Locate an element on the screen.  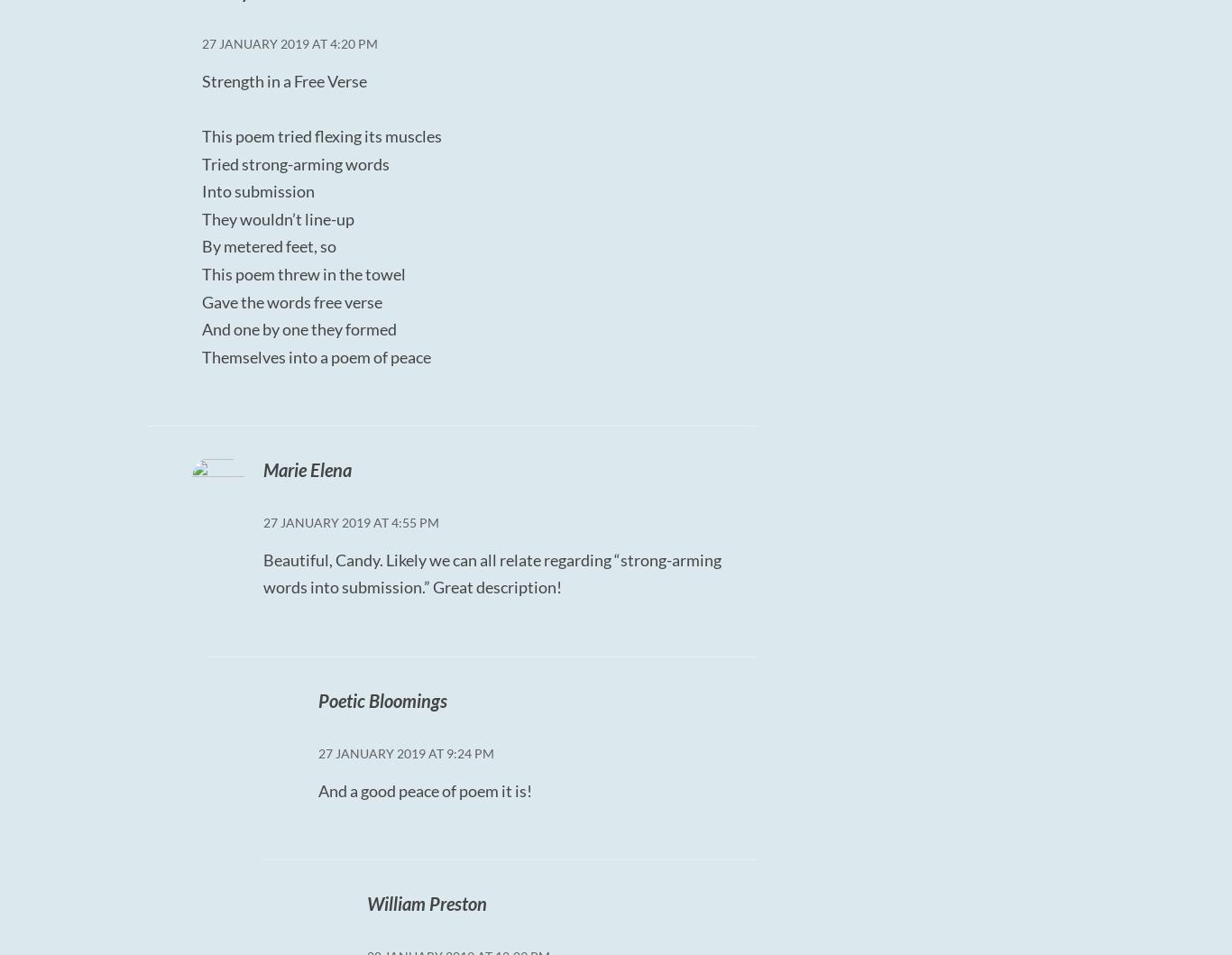
'Gave the words free verse' is located at coordinates (292, 300).